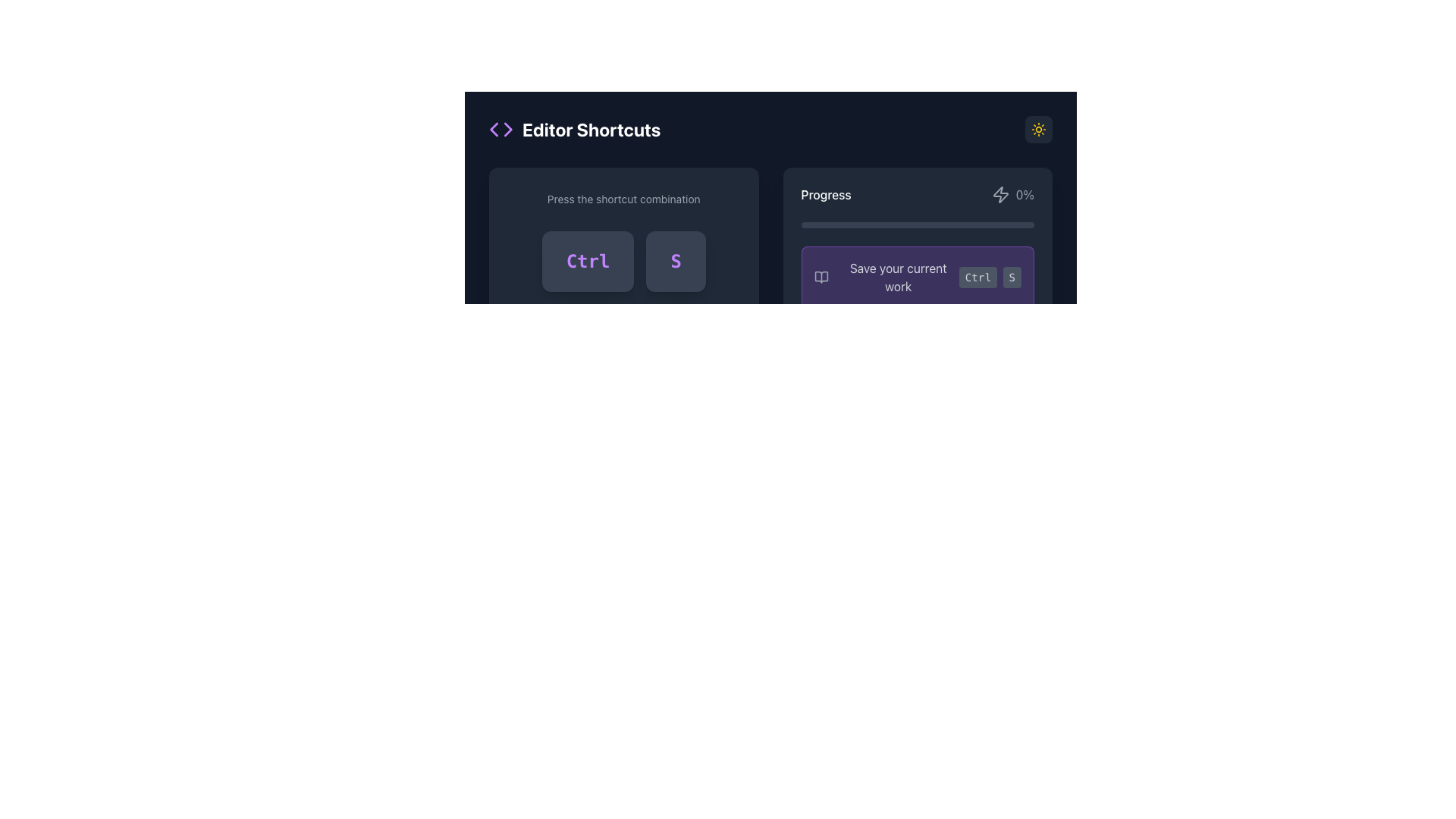 This screenshot has width=1456, height=819. I want to click on the 'Ctrl+S' keyboard shortcut visual element within the purple box labeled 'Save your current work' located on the right-hand side of the interface, so click(990, 278).